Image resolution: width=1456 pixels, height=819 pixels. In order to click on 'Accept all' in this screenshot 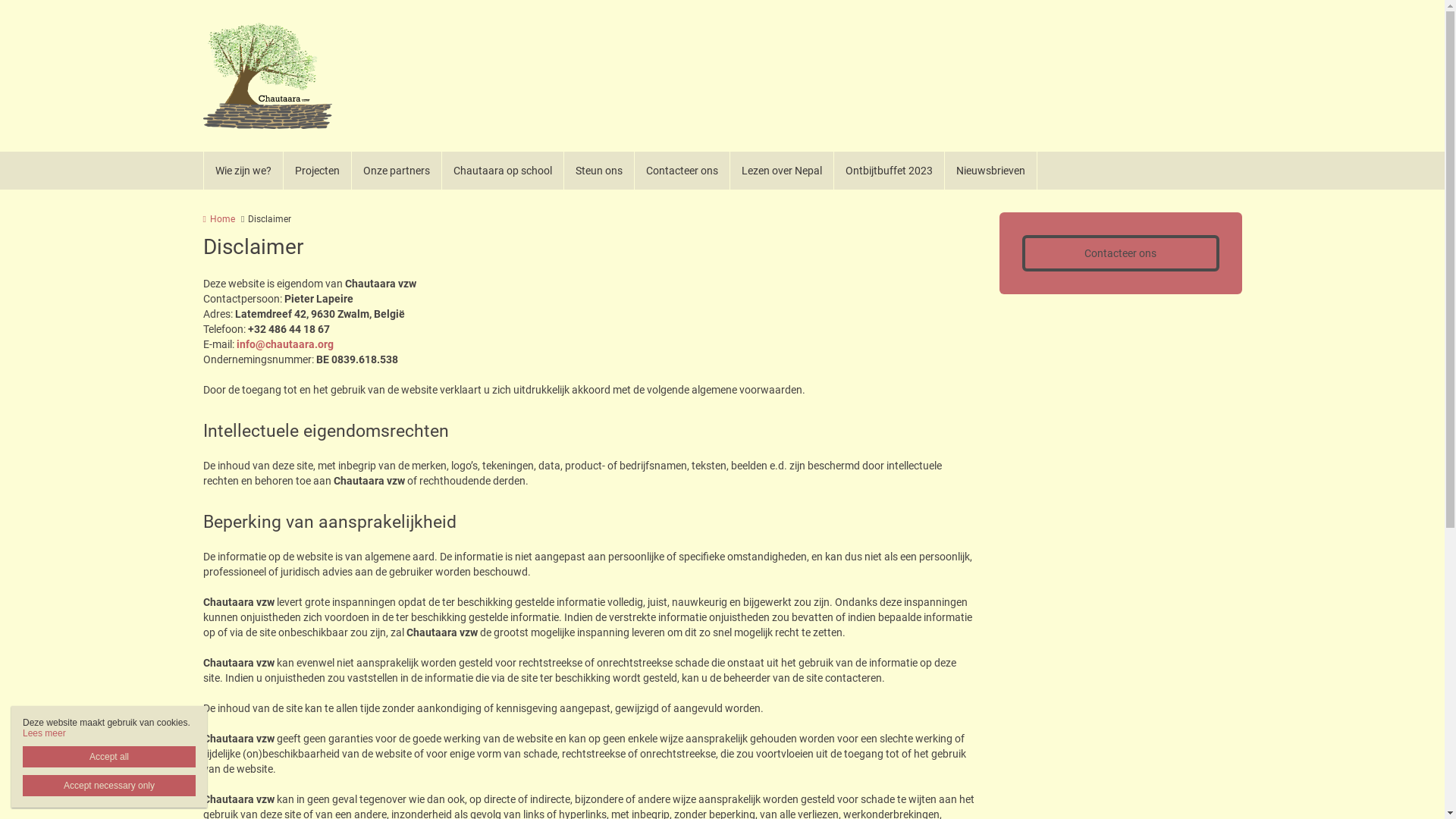, I will do `click(108, 757)`.